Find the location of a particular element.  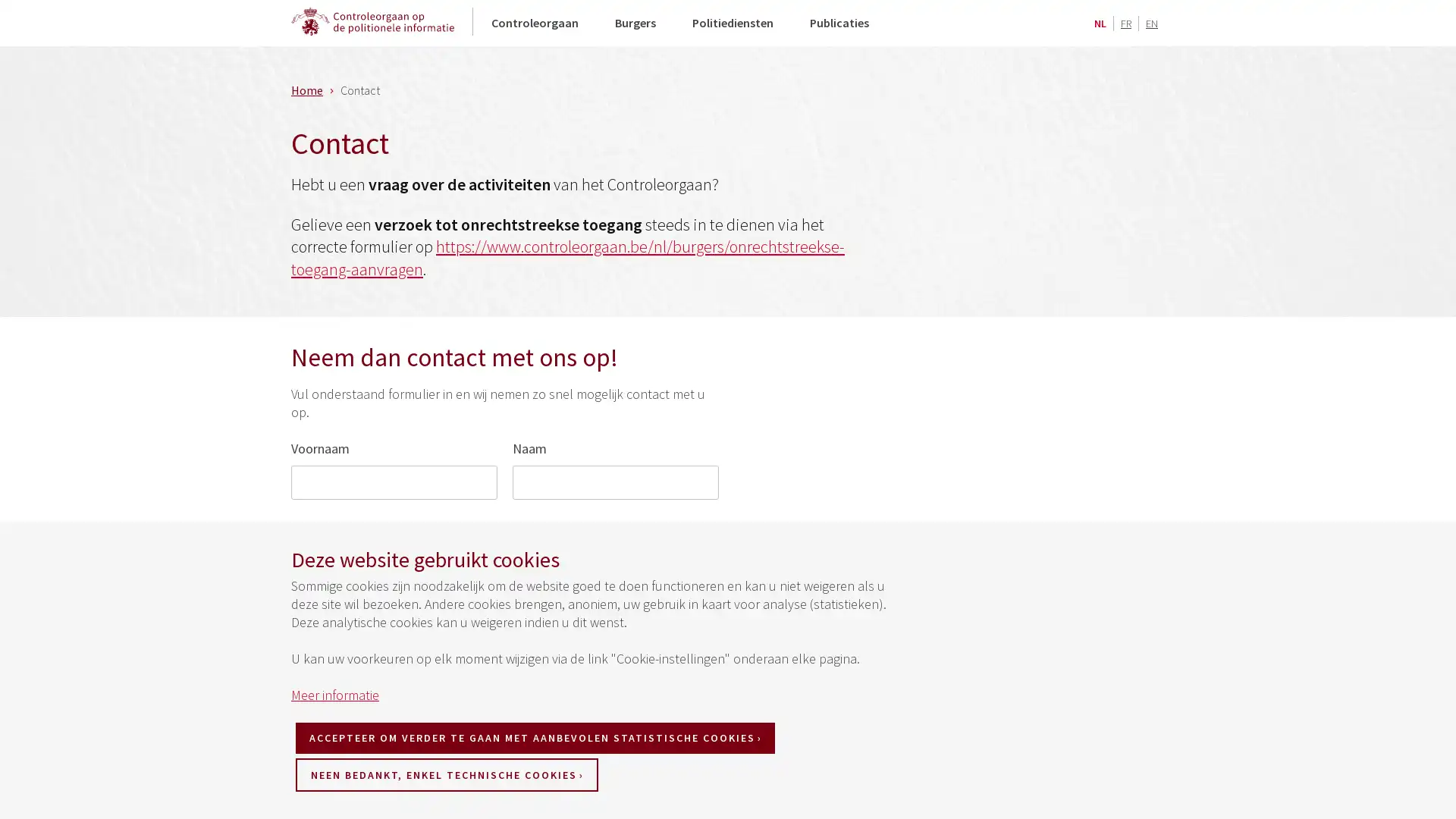

VERZENDEN is located at coordinates (337, 795).